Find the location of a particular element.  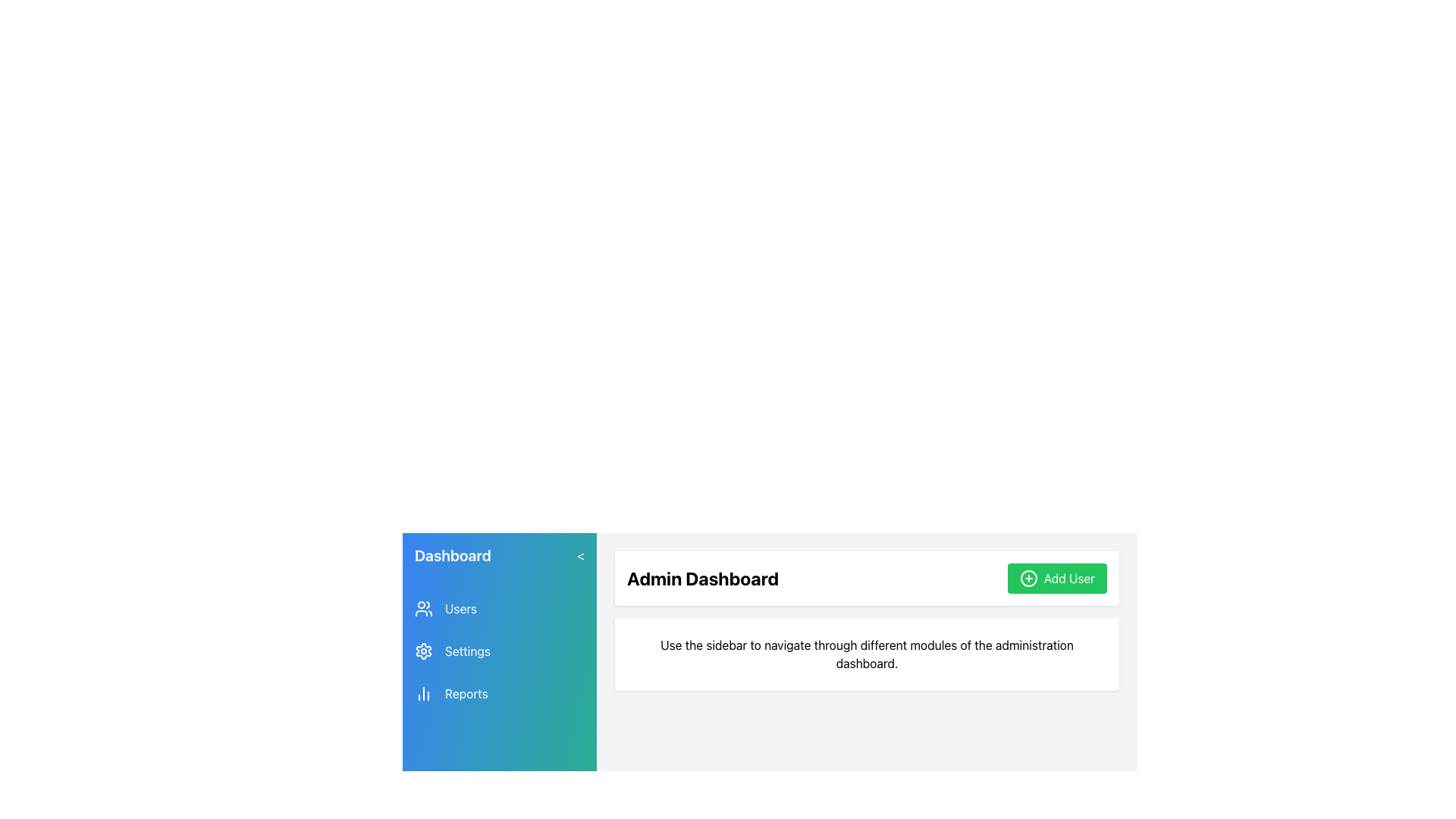

the 'Dashboard' label element that displays bold, white text within a gradient blue sidebar, located at the top-left corner of the application interface is located at coordinates (452, 555).